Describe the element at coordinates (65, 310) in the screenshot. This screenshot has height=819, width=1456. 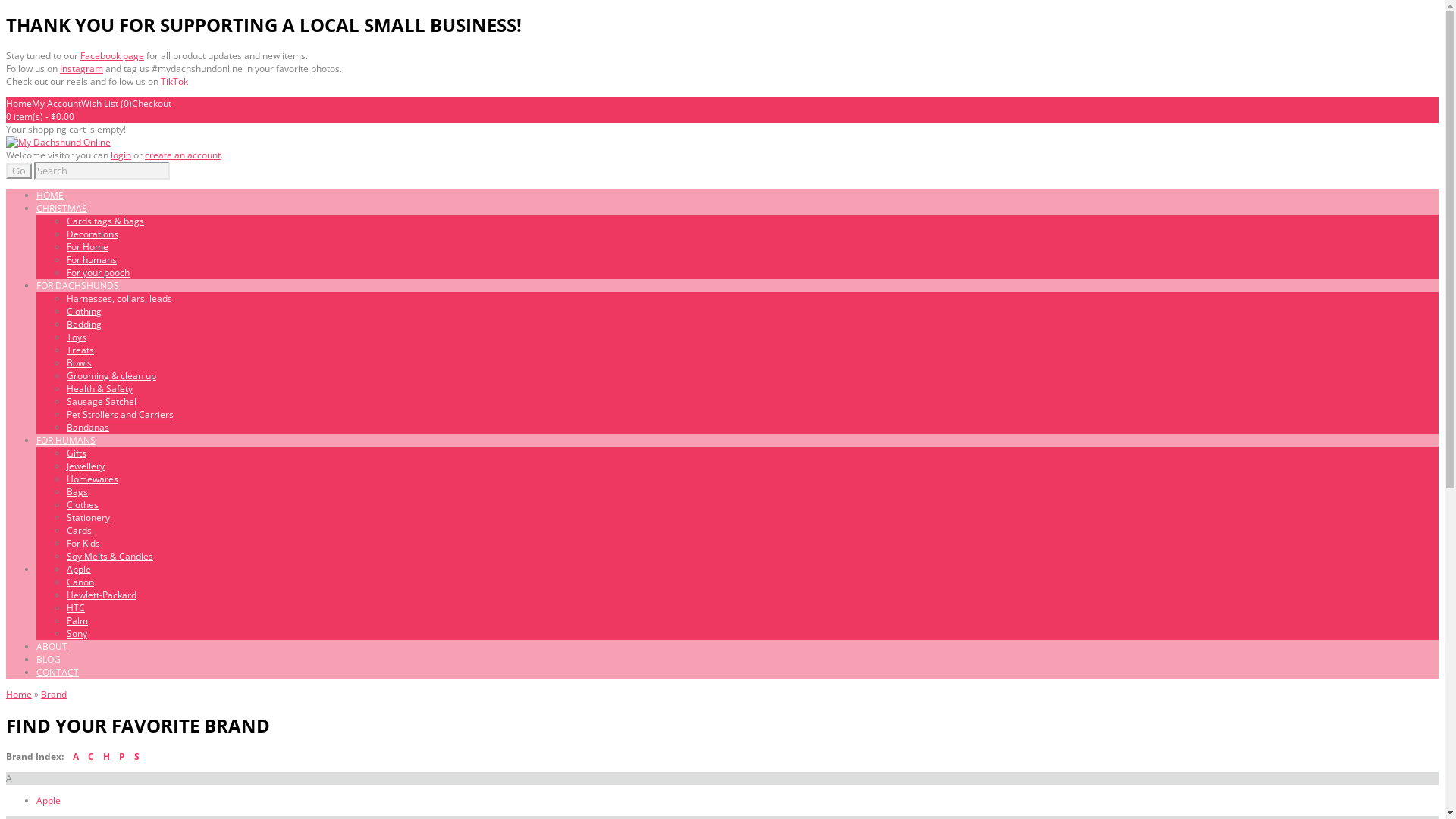
I see `'Clothing'` at that location.